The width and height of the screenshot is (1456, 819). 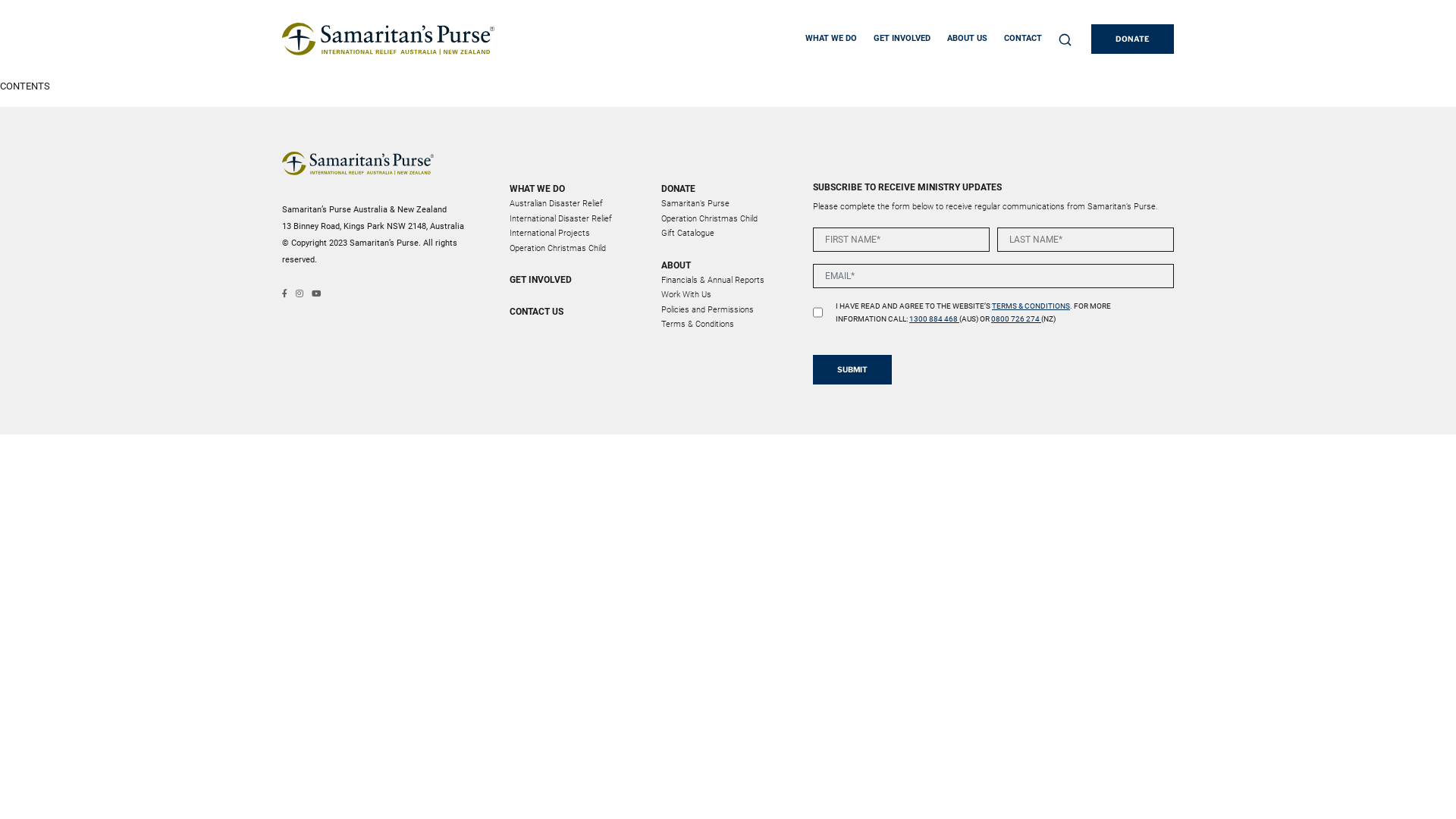 I want to click on 'DONATE', so click(x=1132, y=38).